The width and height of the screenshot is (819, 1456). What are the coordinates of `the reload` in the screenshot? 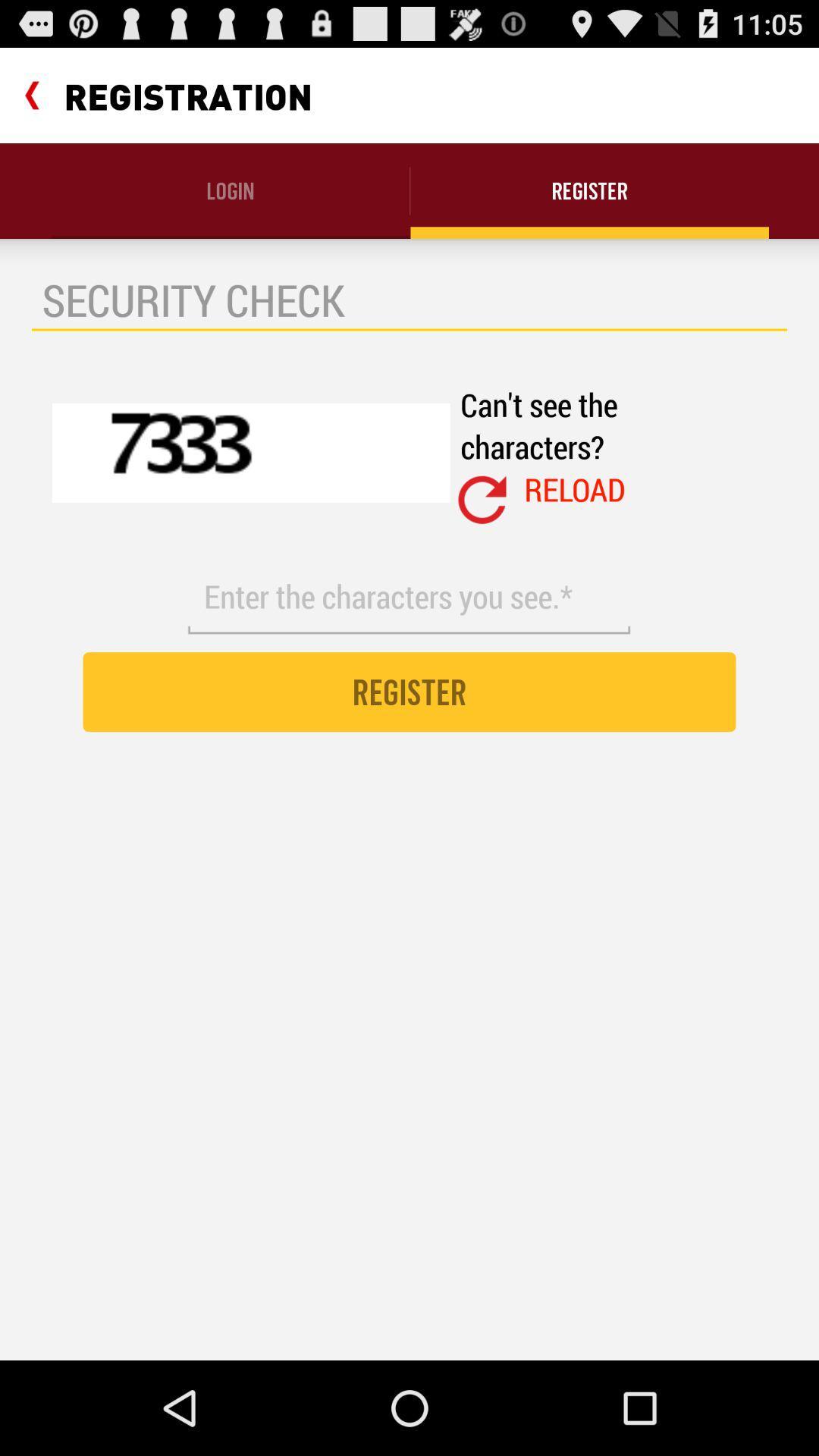 It's located at (575, 489).